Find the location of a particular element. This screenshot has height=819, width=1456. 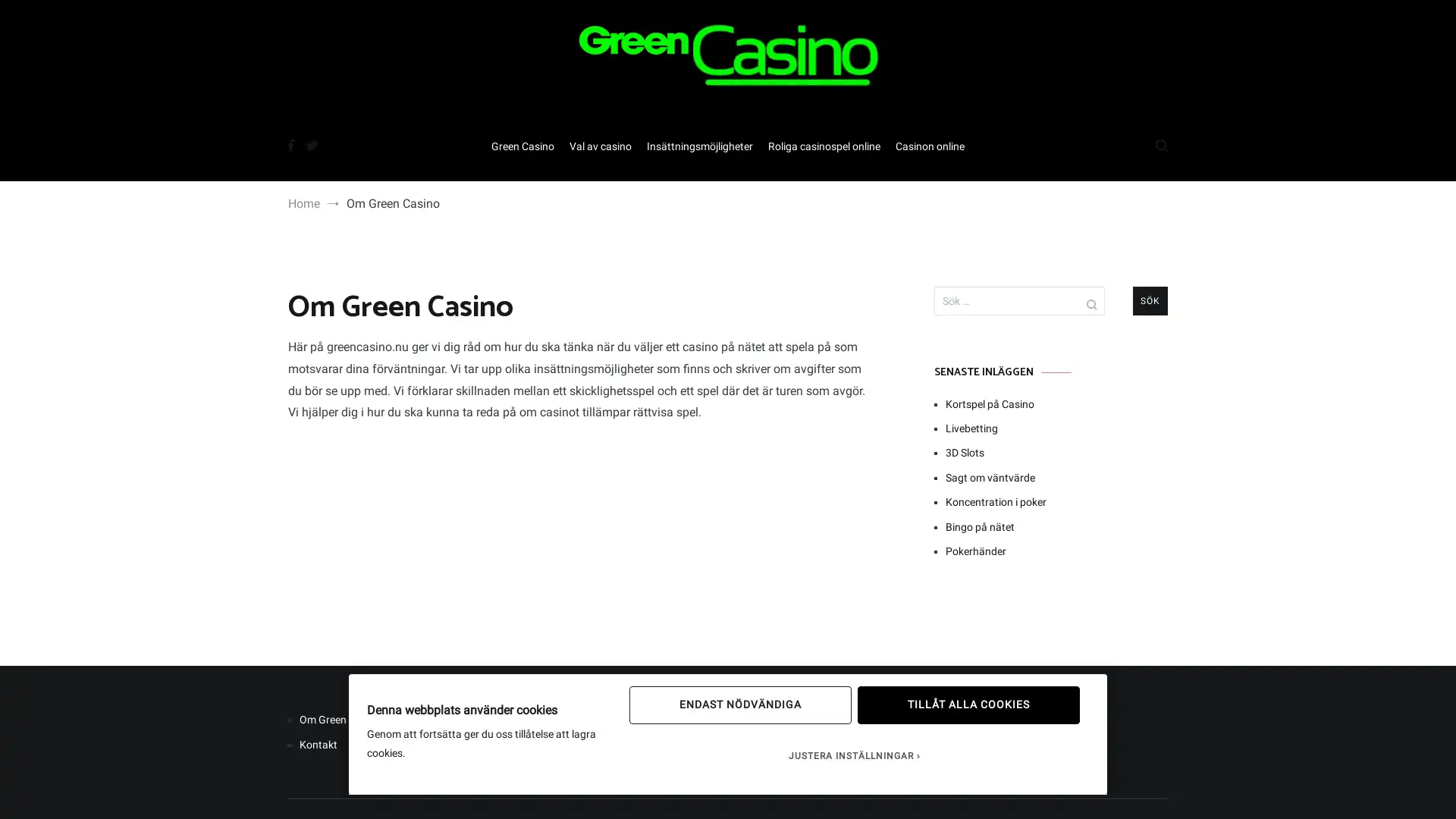

TILLAT ALLA COOKIES is located at coordinates (967, 704).